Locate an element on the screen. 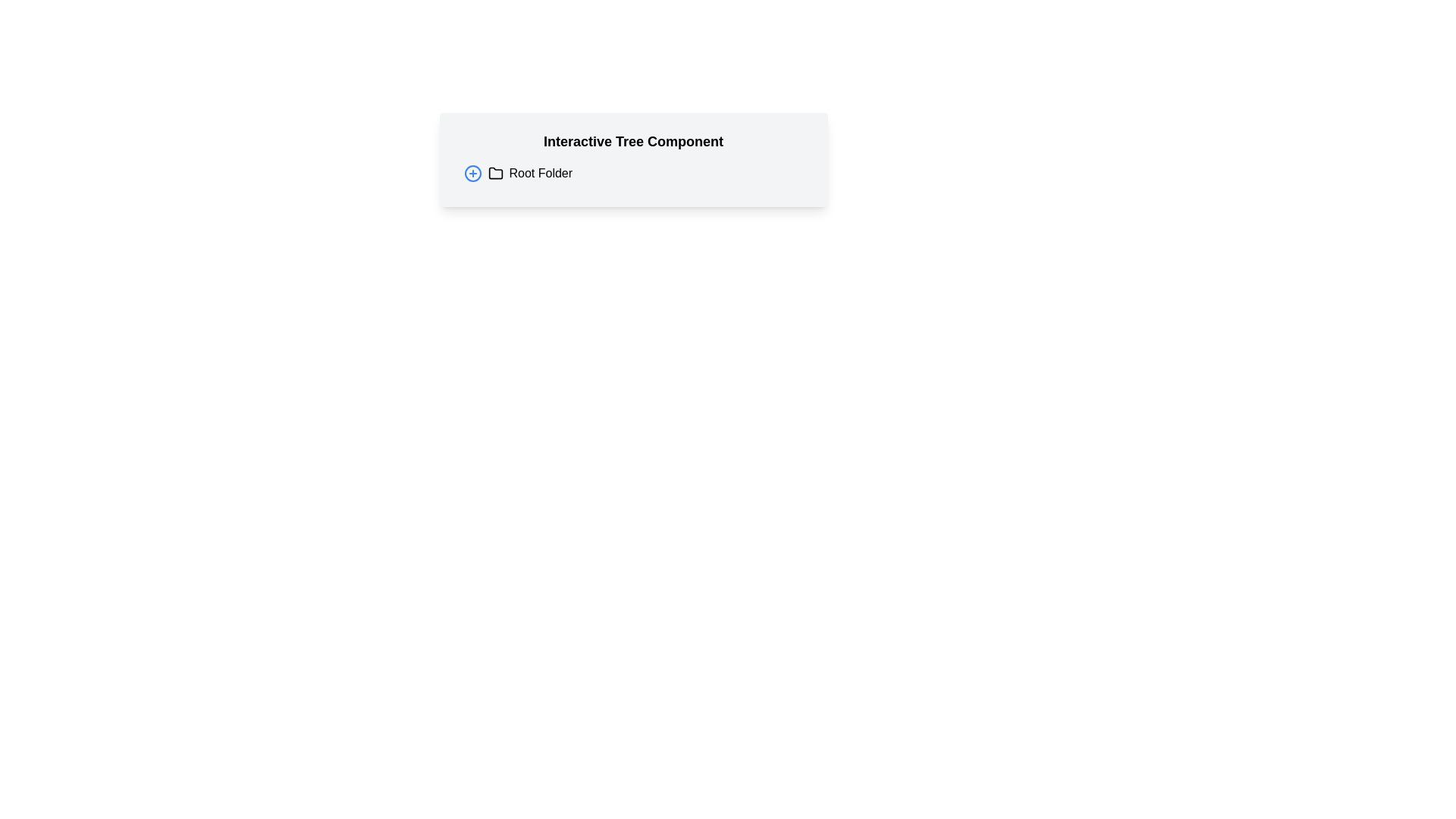 The width and height of the screenshot is (1456, 819). the folder icon, which is positioned immediately to the left of the 'Root Folder' text in the hierarchical component is located at coordinates (495, 172).